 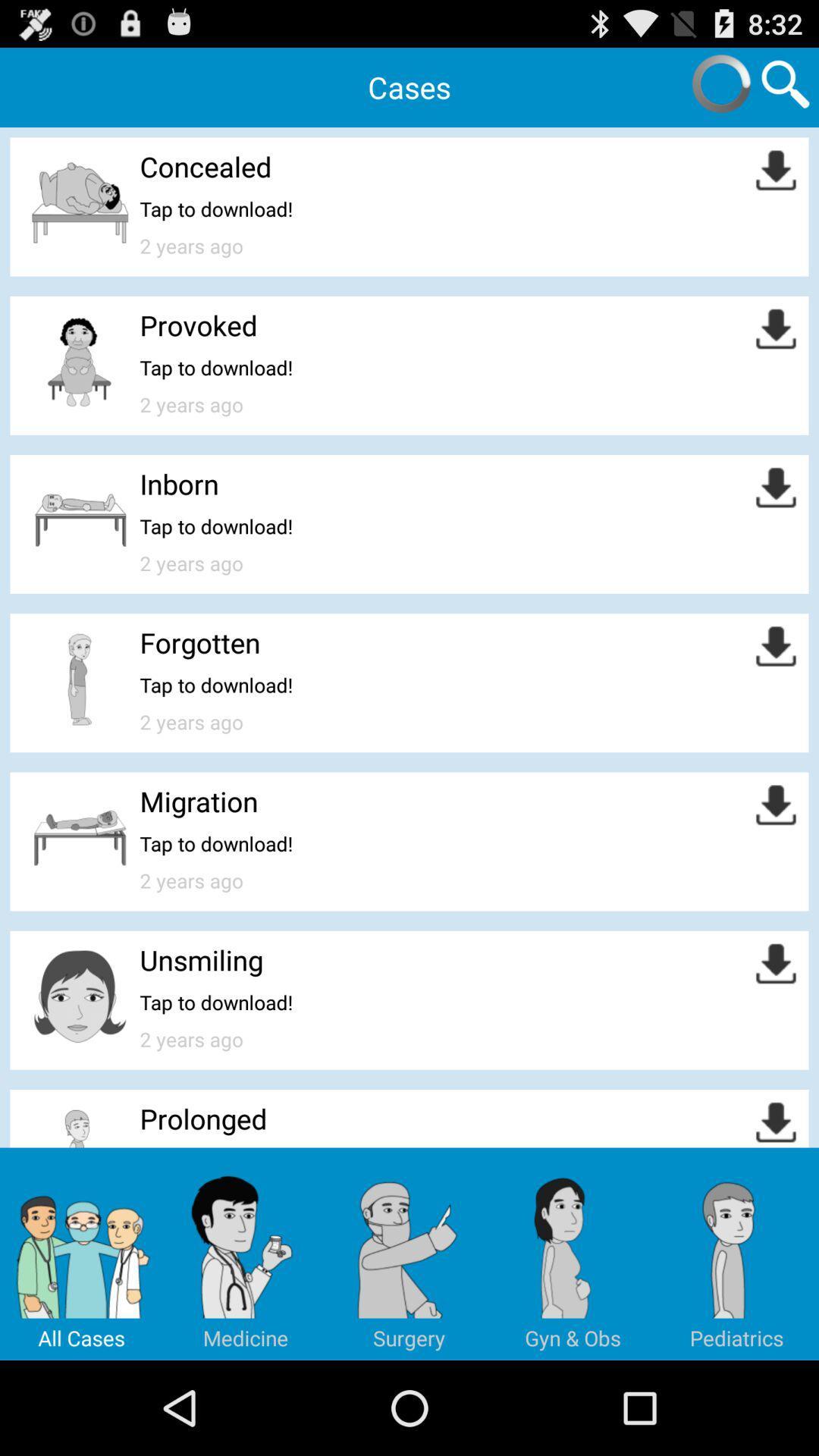 I want to click on app above tap to download! icon, so click(x=198, y=800).